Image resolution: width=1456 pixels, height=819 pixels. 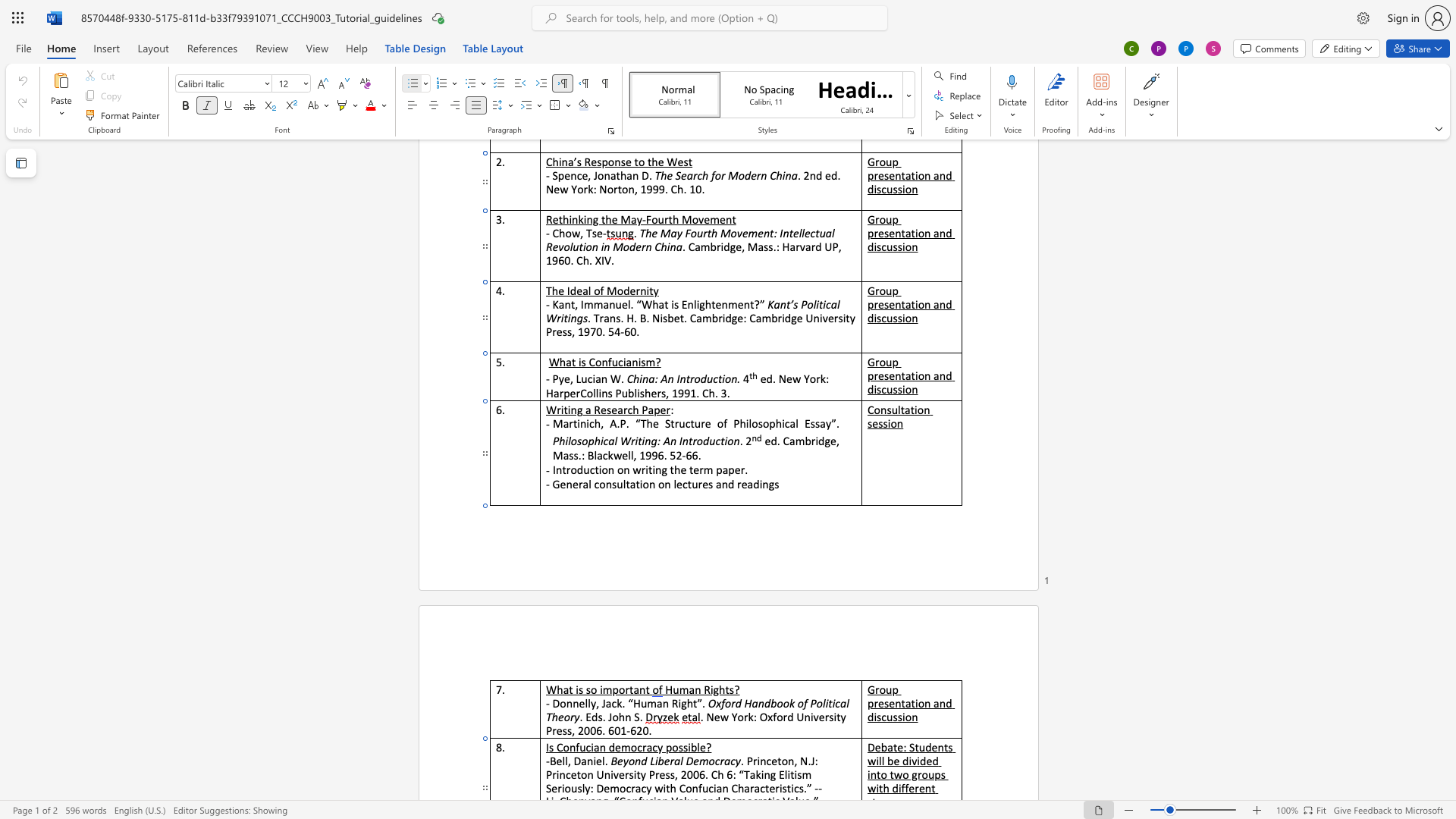 What do you see at coordinates (611, 484) in the screenshot?
I see `the space between the continuous character "n" and "s" in the text` at bounding box center [611, 484].